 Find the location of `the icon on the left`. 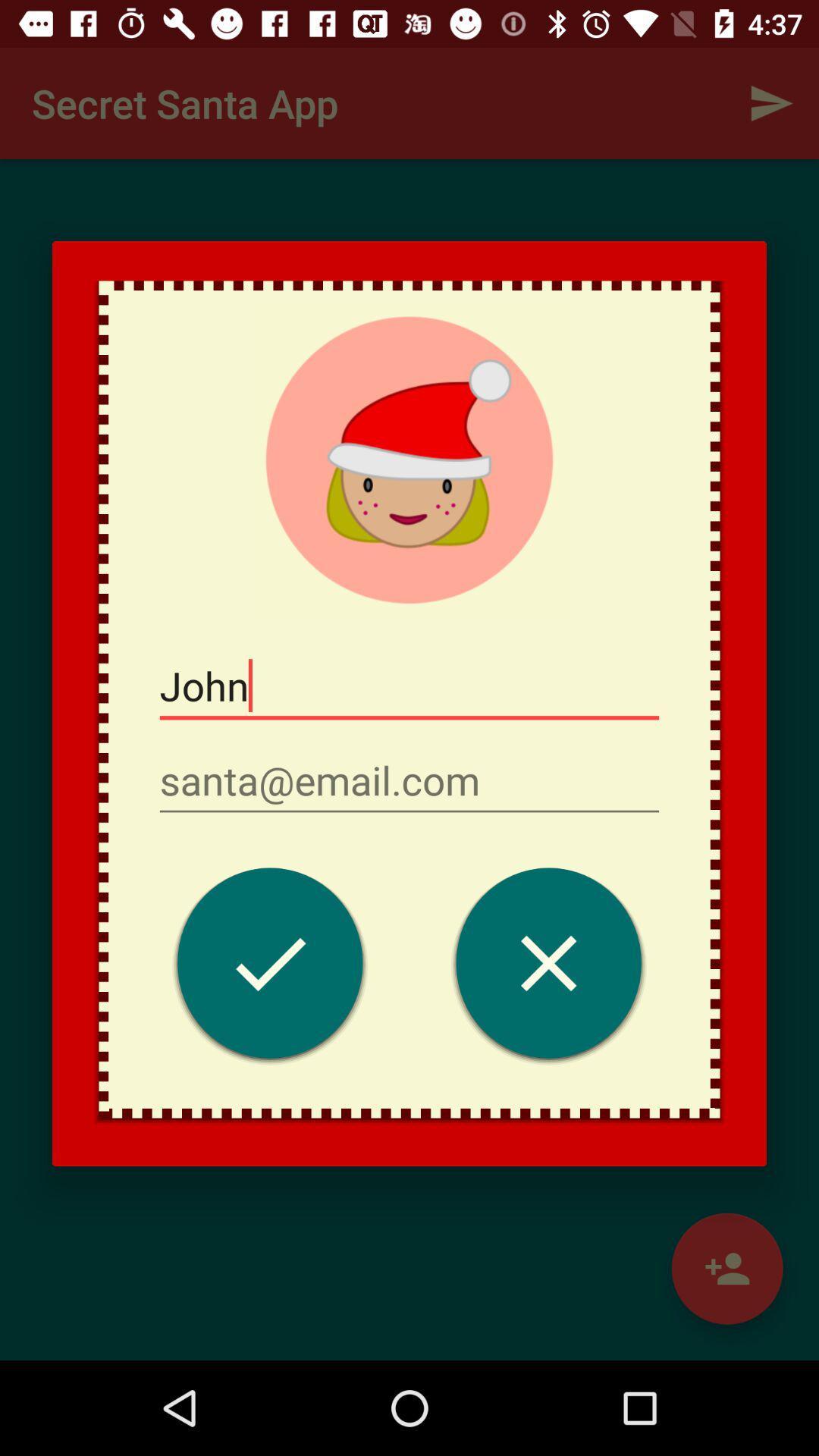

the icon on the left is located at coordinates (269, 966).